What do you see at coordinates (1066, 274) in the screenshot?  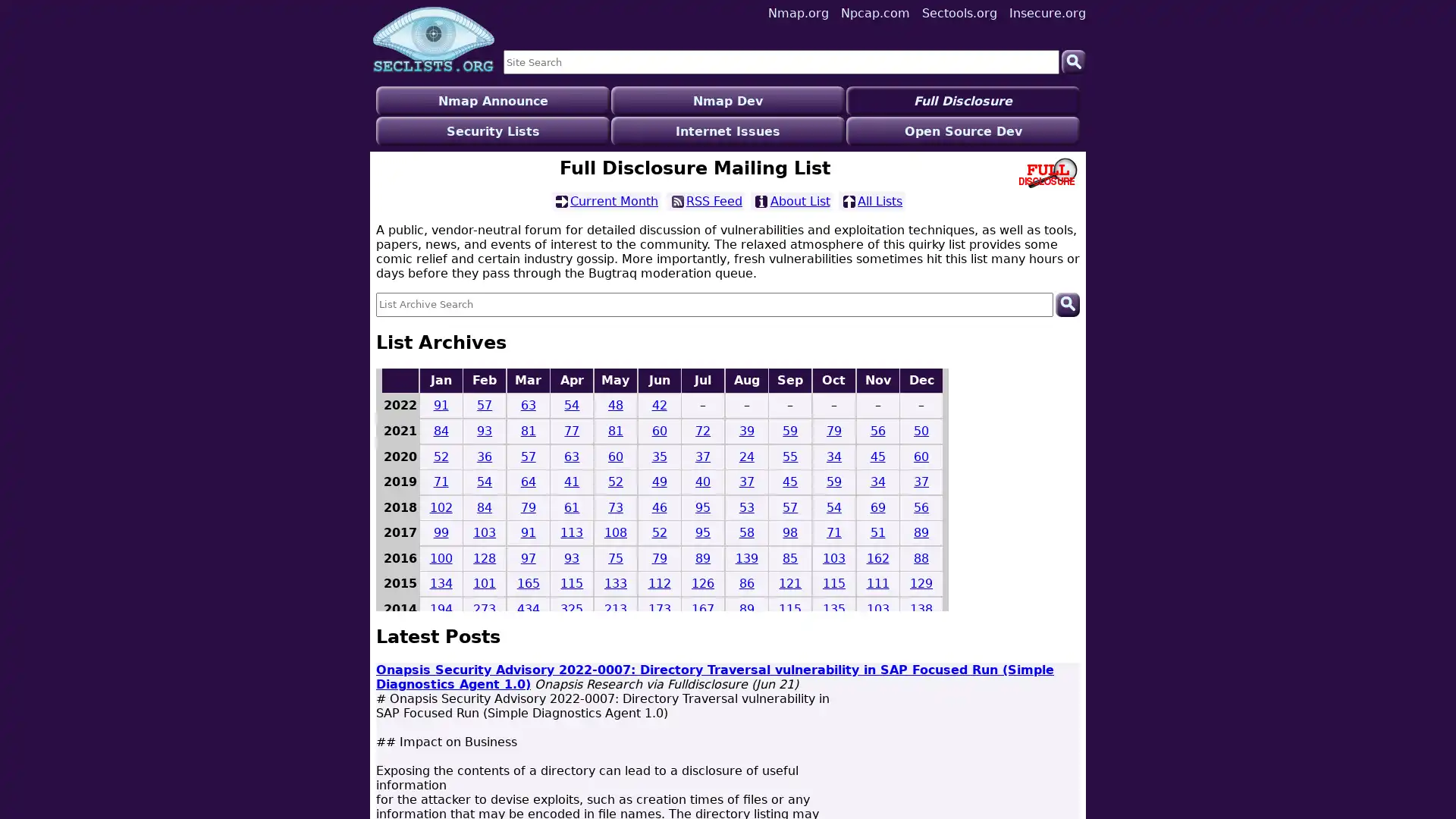 I see `Search` at bounding box center [1066, 274].